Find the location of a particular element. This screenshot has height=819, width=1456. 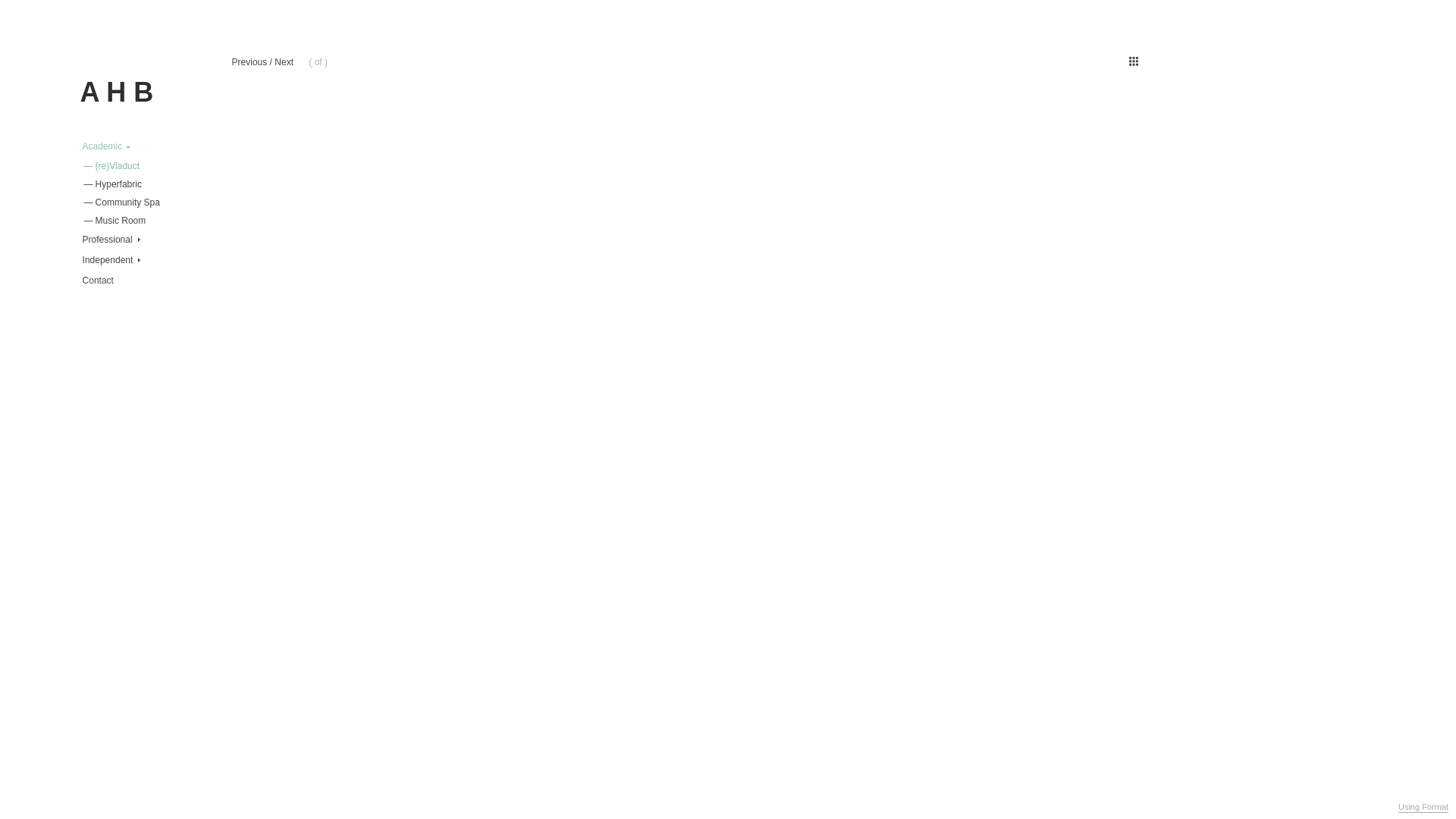

'Contact' is located at coordinates (98, 281).